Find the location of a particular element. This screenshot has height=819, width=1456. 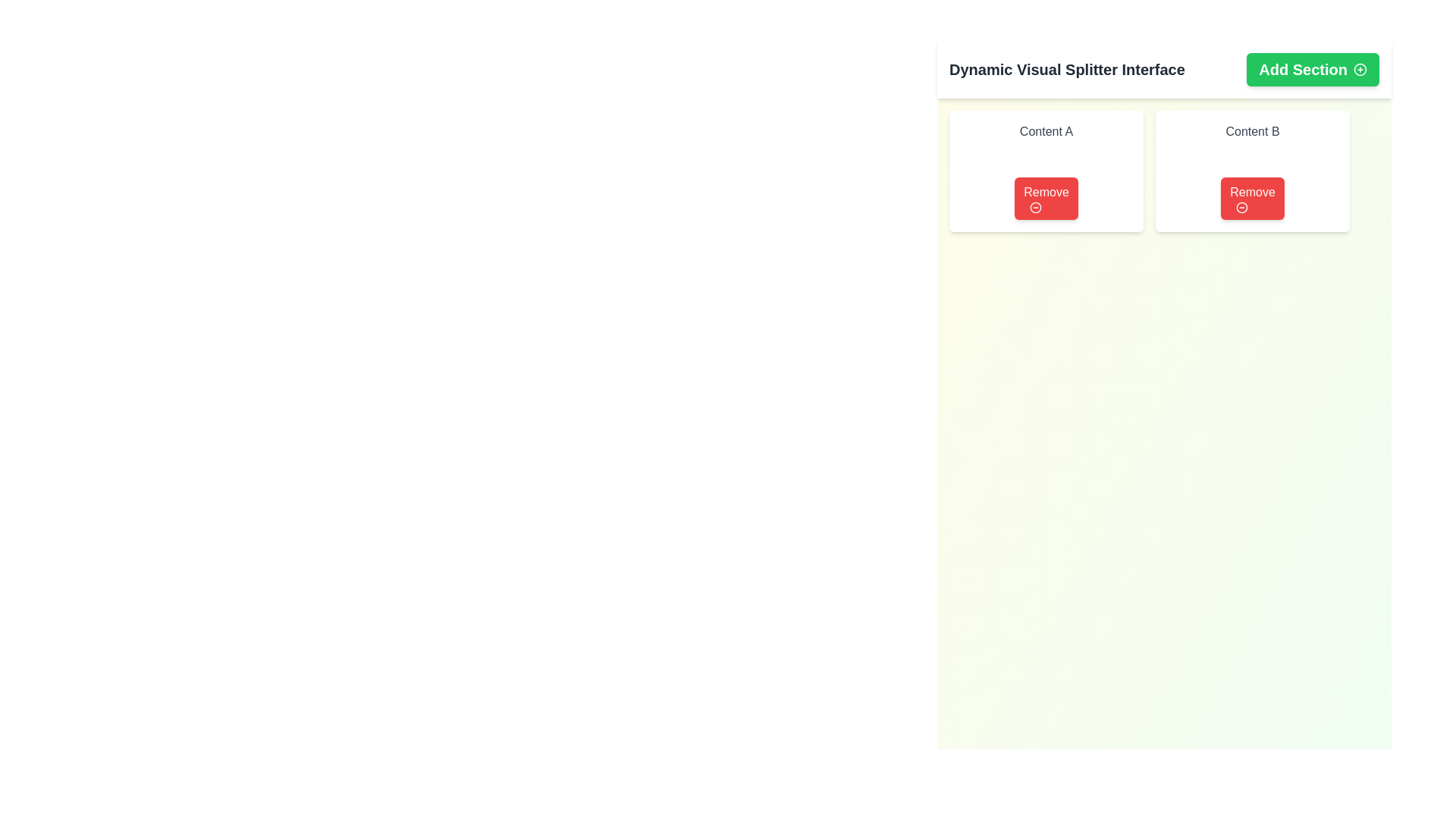

the text label located at the top-center of the second card, which provides context or identification for the associated card, directly above the 'Remove' button is located at coordinates (1252, 130).